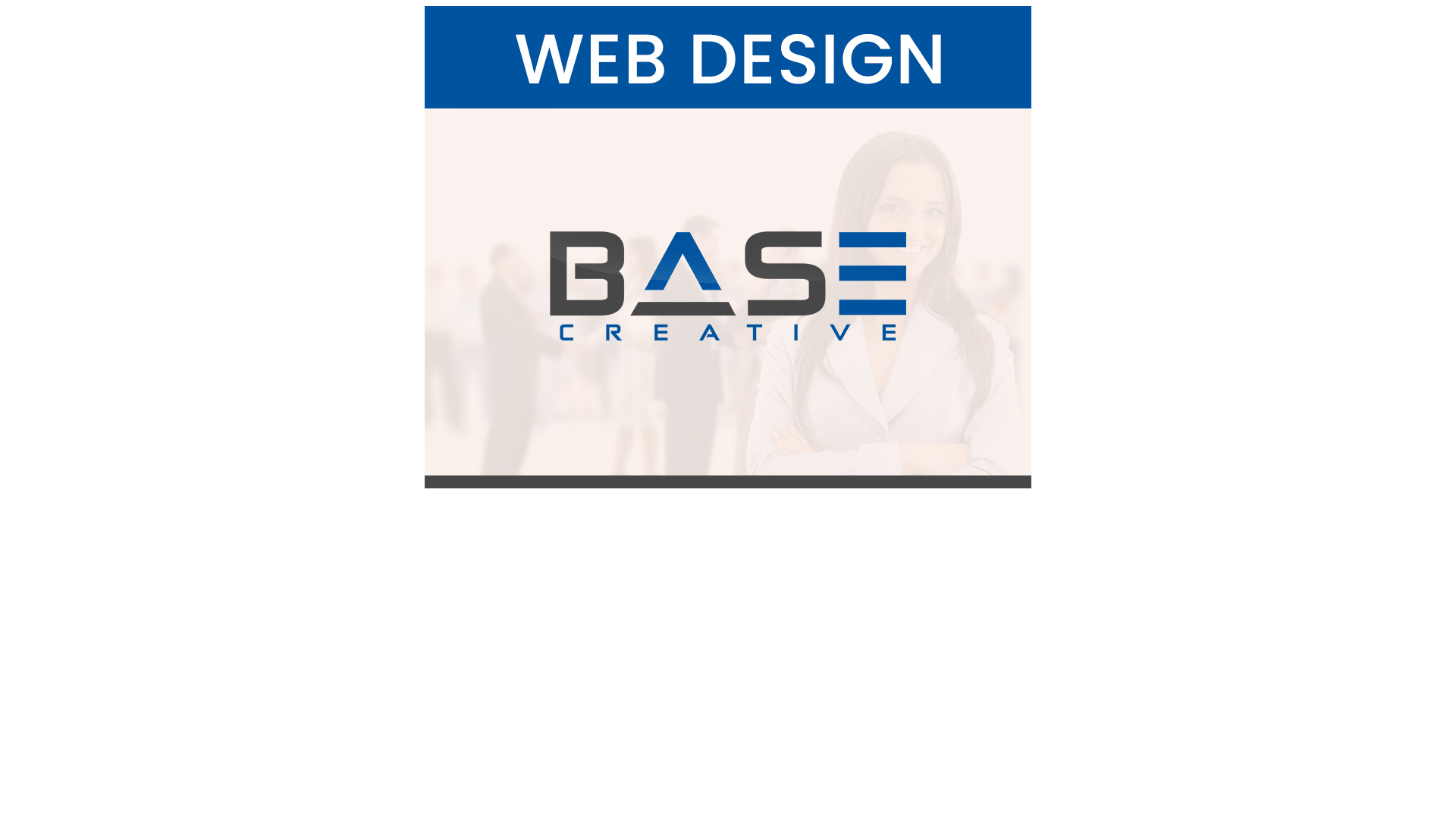 The width and height of the screenshot is (1456, 819). What do you see at coordinates (728, 246) in the screenshot?
I see `'Web Design'` at bounding box center [728, 246].